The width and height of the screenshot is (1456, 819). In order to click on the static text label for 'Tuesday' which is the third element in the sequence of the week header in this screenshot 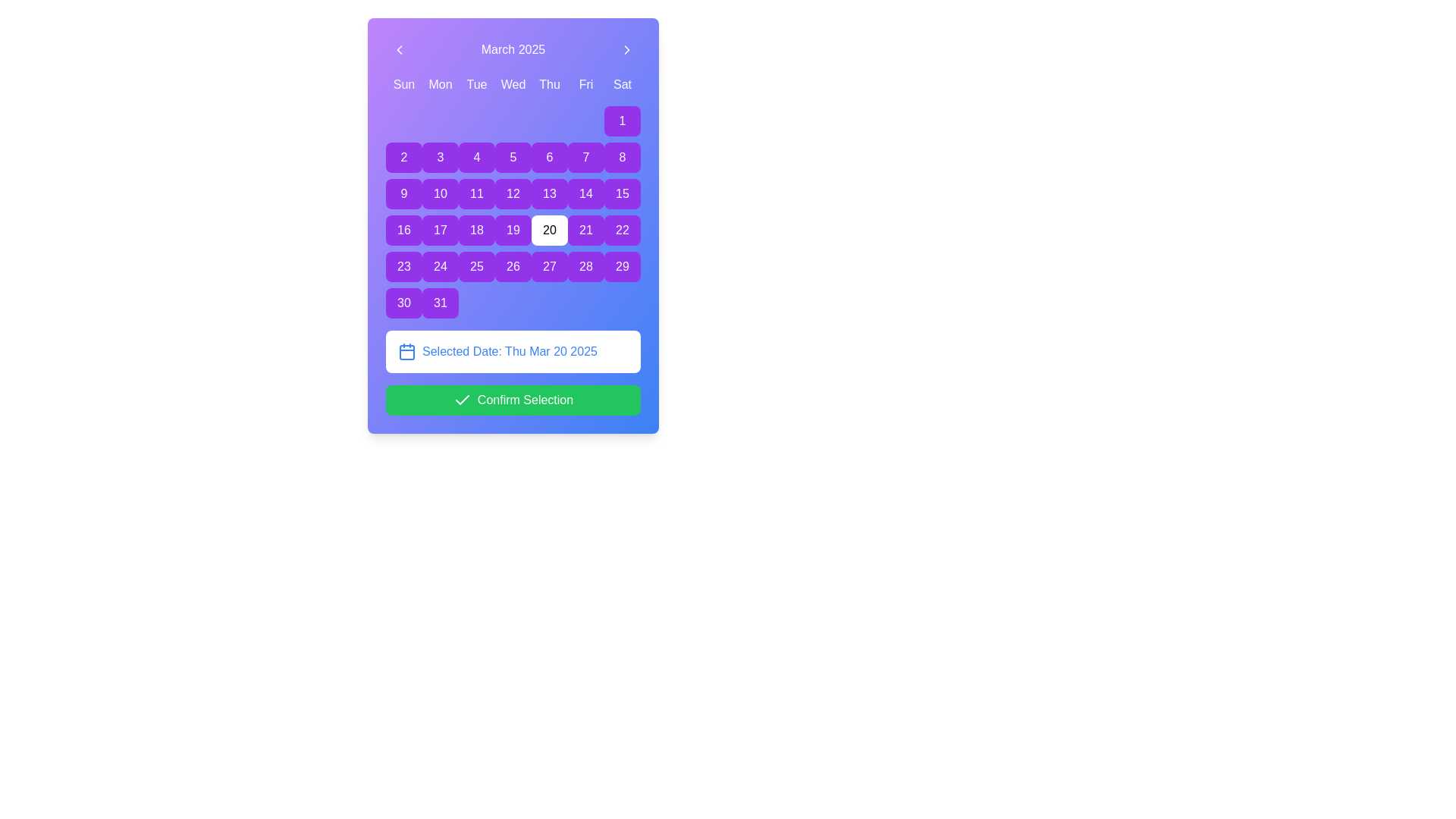, I will do `click(475, 84)`.